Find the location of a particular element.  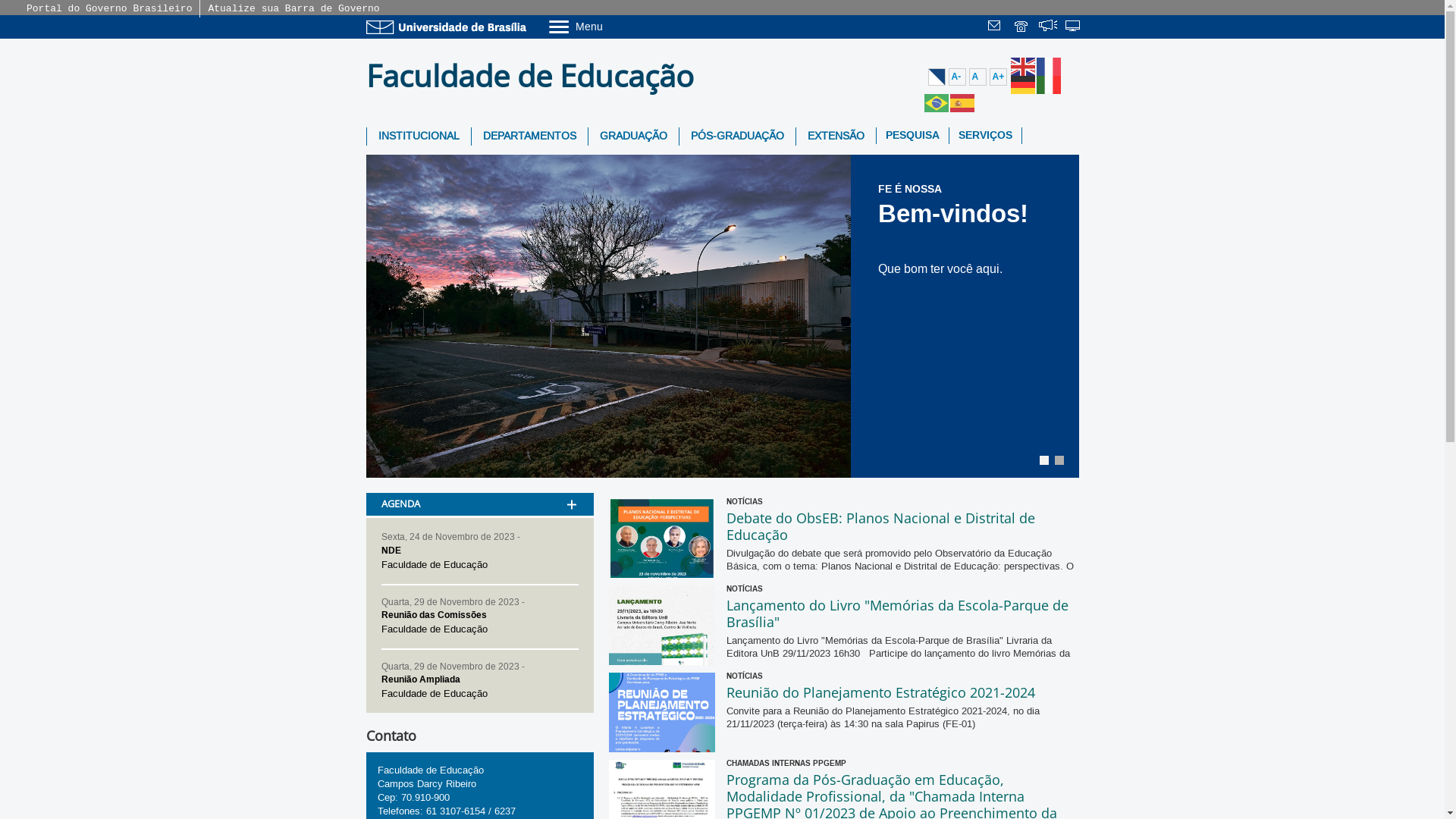

'Ir para o Portal da UnB' is located at coordinates (447, 27).